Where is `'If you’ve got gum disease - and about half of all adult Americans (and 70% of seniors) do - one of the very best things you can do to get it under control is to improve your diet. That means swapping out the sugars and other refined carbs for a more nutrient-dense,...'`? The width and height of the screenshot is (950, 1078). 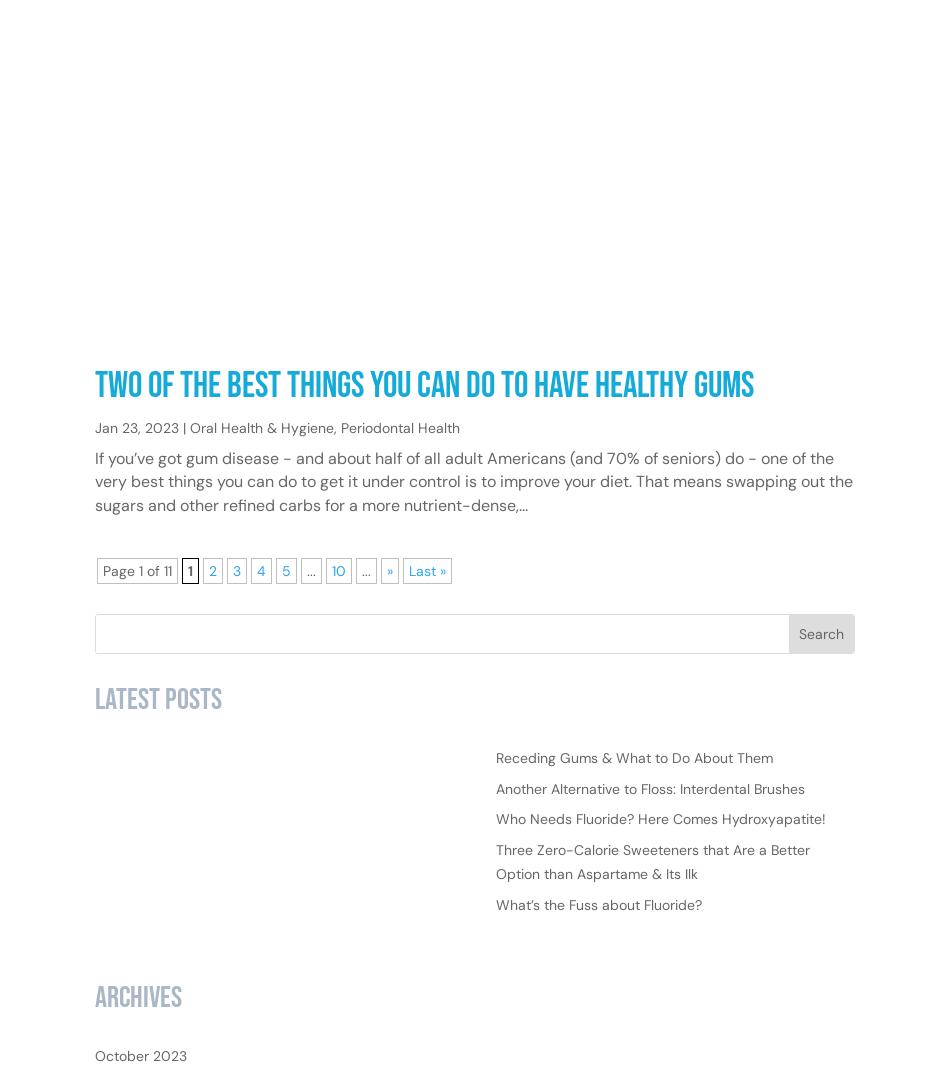
'If you’ve got gum disease - and about half of all adult Americans (and 70% of seniors) do - one of the very best things you can do to get it under control is to improve your diet. That means swapping out the sugars and other refined carbs for a more nutrient-dense,...' is located at coordinates (472, 544).